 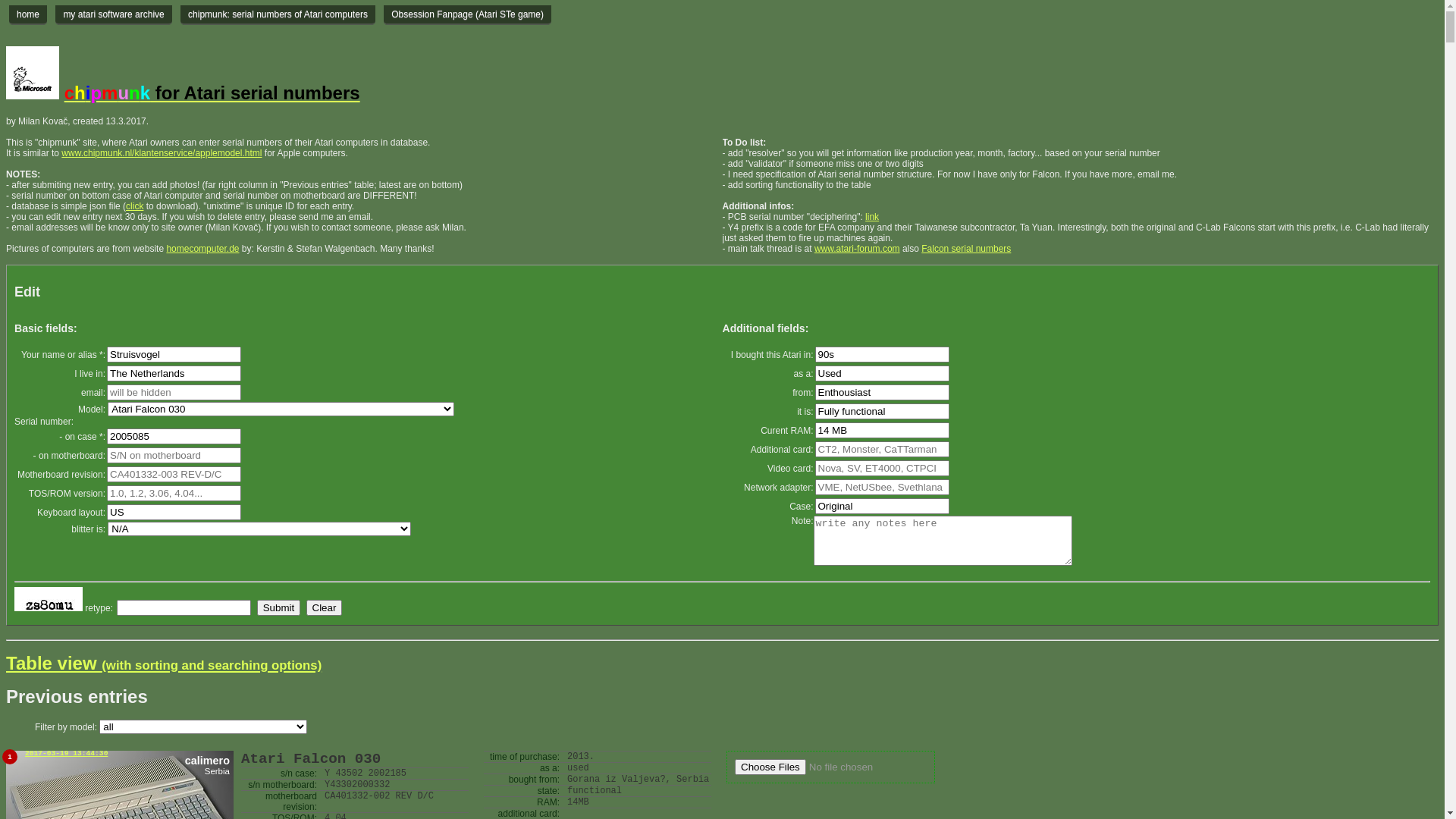 What do you see at coordinates (134, 206) in the screenshot?
I see `'click'` at bounding box center [134, 206].